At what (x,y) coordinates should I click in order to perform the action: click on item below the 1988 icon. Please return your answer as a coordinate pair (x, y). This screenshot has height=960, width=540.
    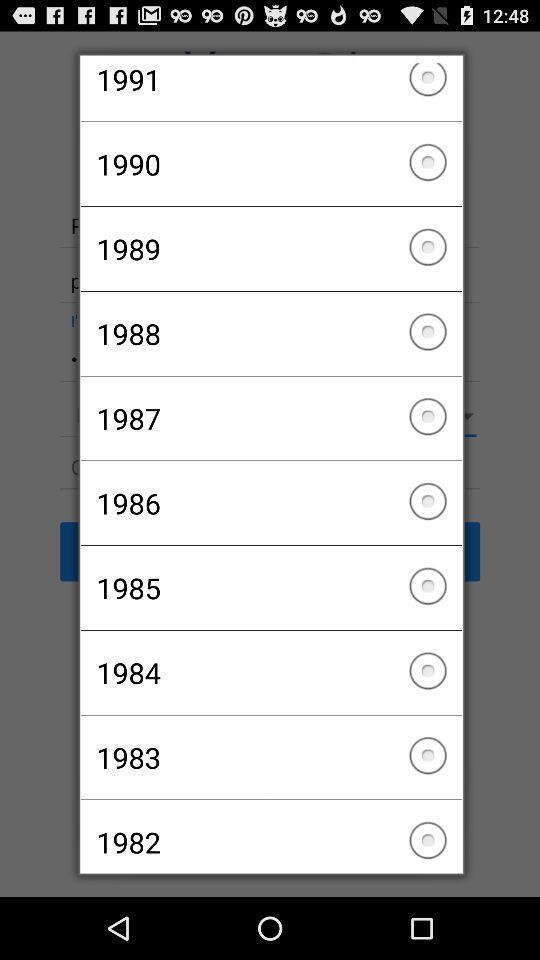
    Looking at the image, I should click on (270, 417).